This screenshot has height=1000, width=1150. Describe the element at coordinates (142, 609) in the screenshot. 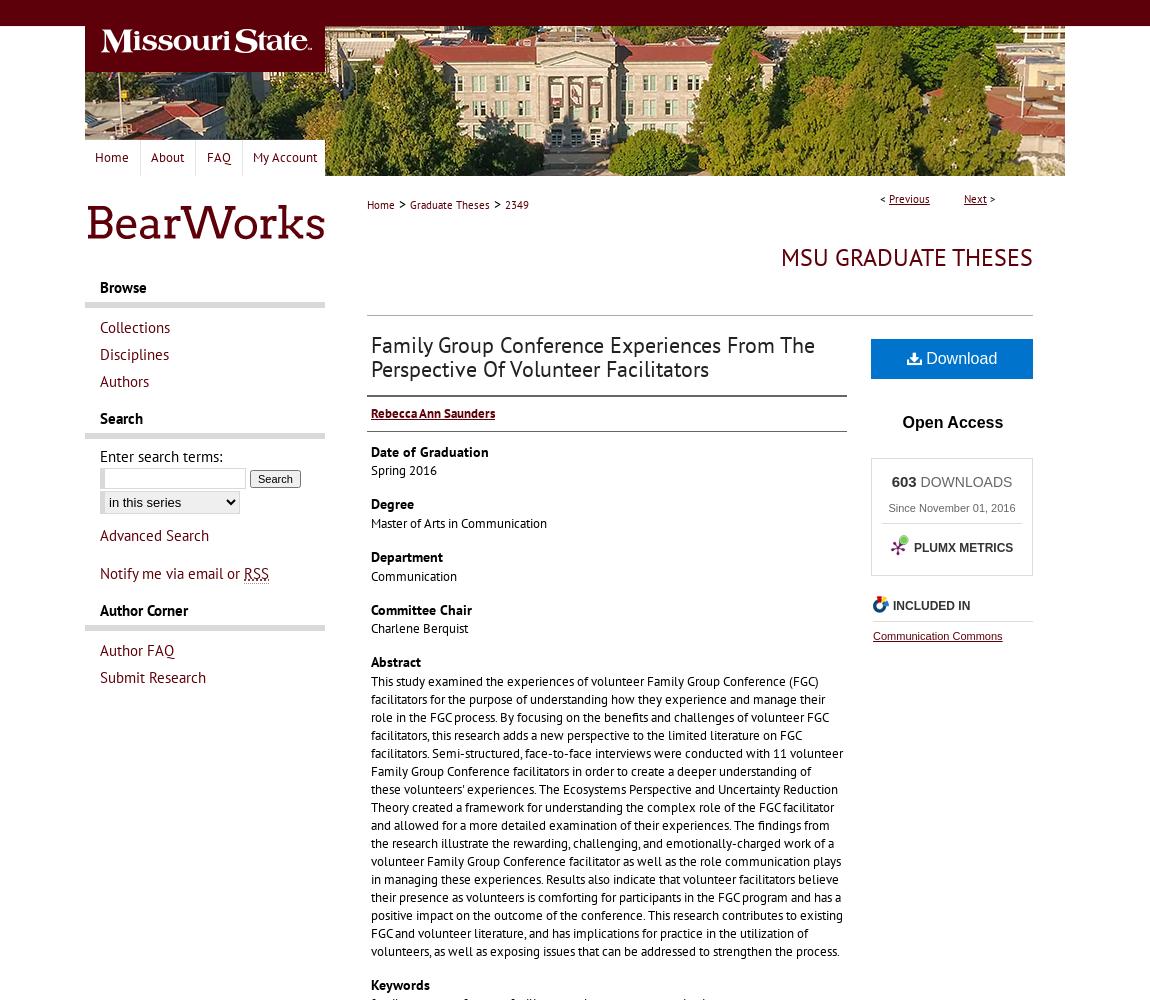

I see `'Author Corner'` at that location.